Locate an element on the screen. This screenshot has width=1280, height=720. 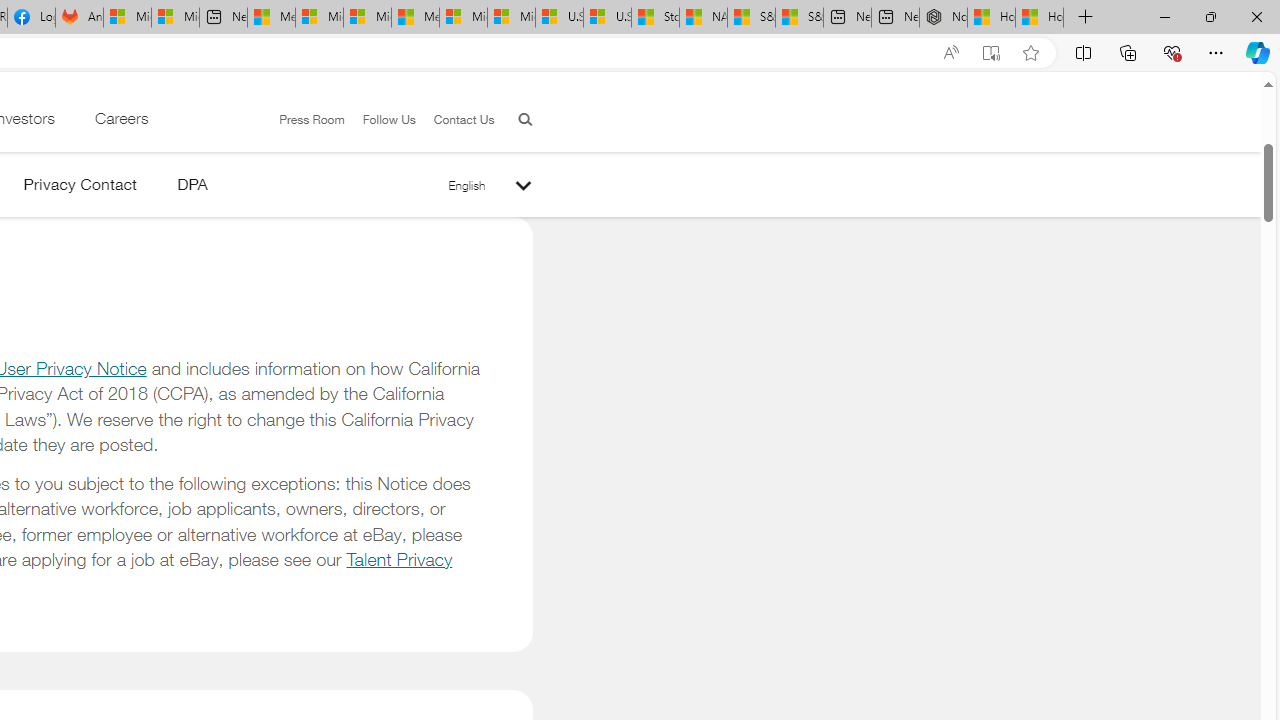
'Enter Immersive Reader (F9)' is located at coordinates (991, 52).